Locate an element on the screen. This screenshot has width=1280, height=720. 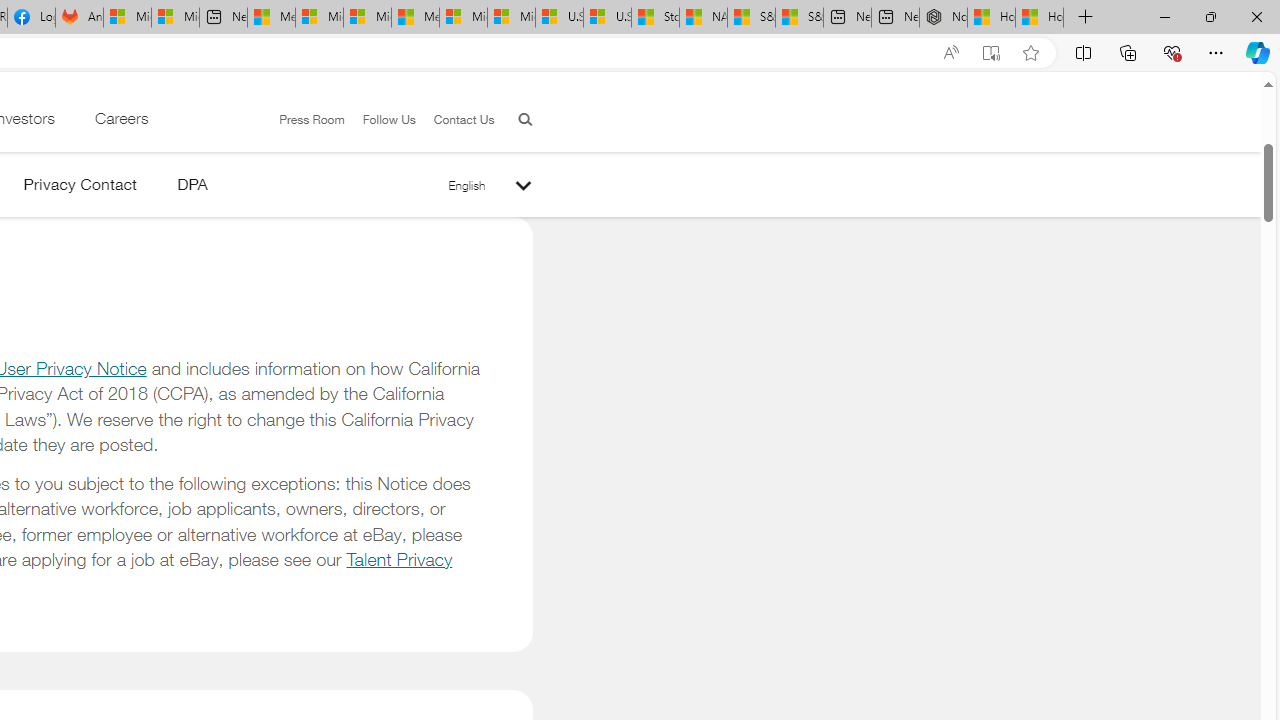
'Enter Immersive Reader (F9)' is located at coordinates (991, 52).